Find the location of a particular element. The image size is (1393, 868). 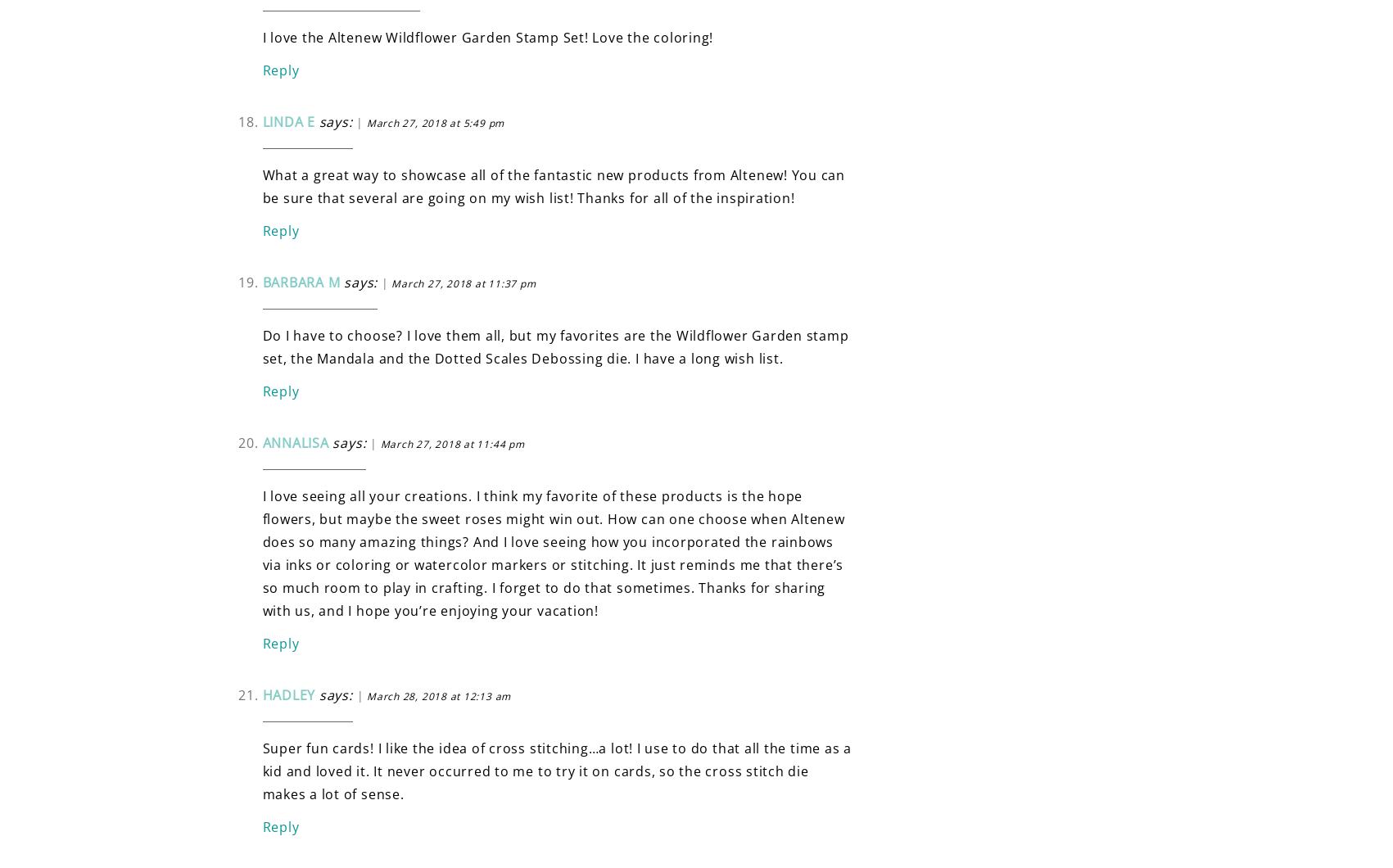

'I love the  Altenew Wildflower Garden Stamp Set! Love the coloring!' is located at coordinates (487, 37).